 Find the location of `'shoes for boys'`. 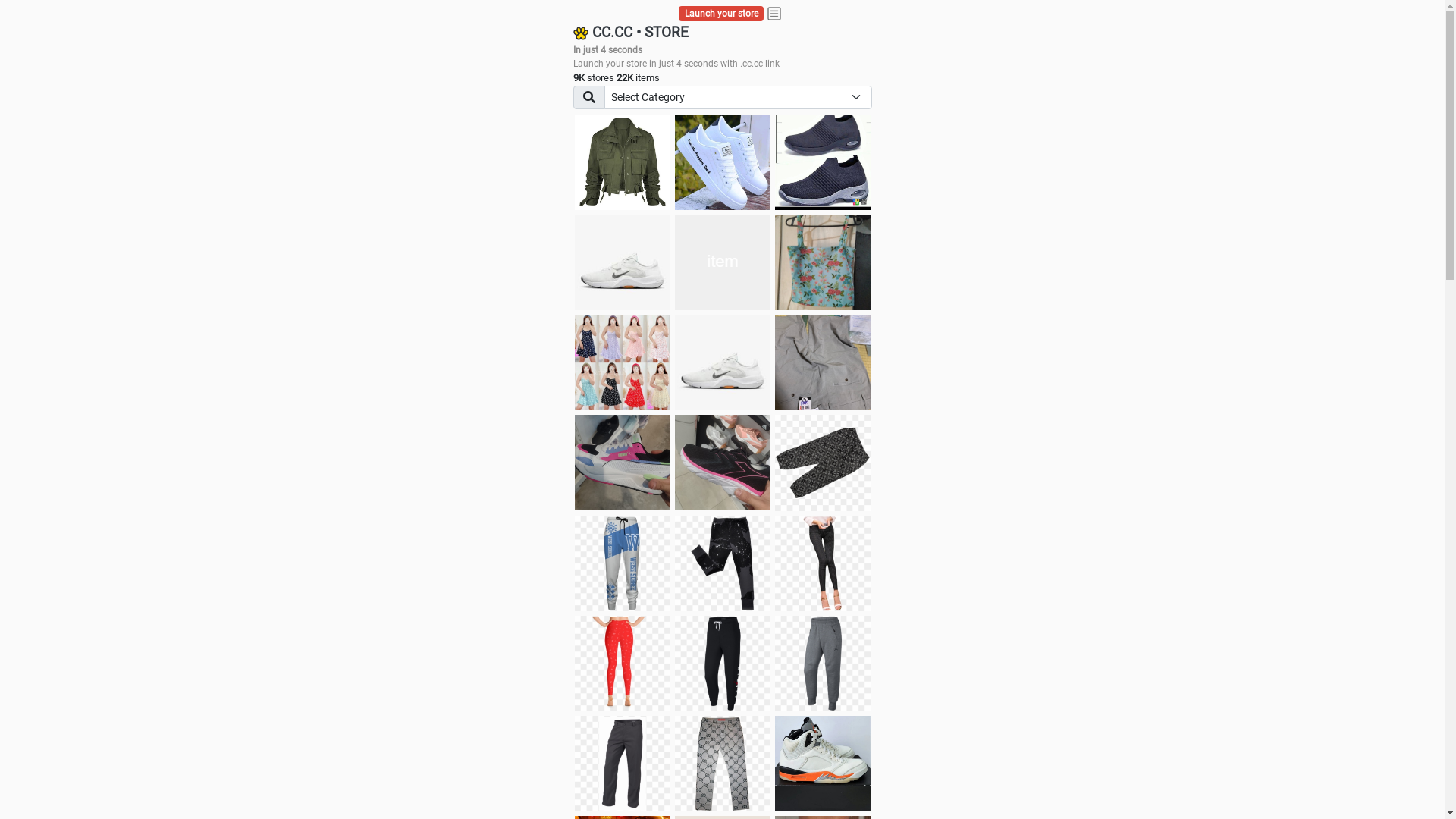

'shoes for boys' is located at coordinates (821, 162).